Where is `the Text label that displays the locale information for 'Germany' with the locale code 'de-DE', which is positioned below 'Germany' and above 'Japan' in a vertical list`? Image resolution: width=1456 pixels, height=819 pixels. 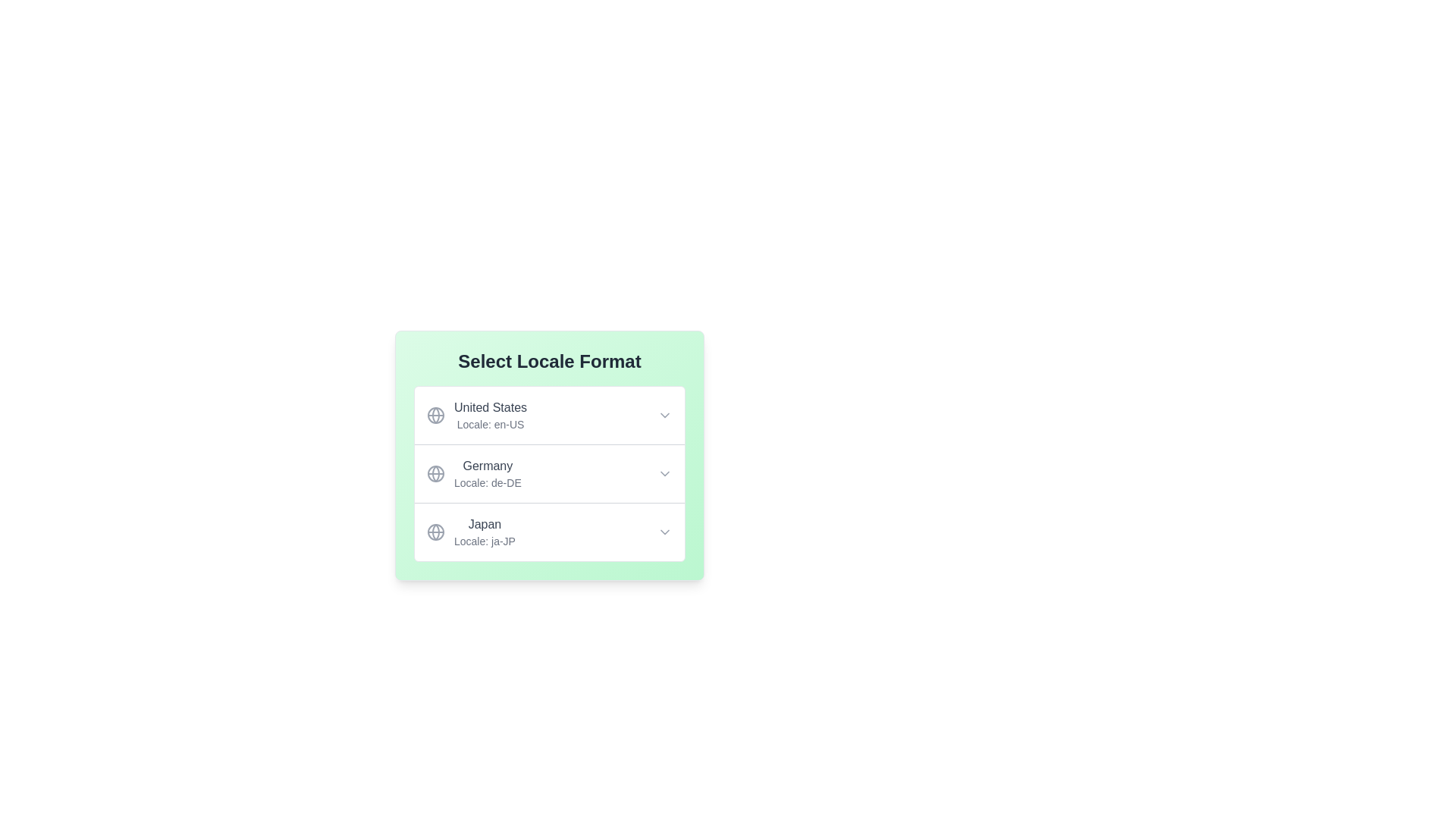 the Text label that displays the locale information for 'Germany' with the locale code 'de-DE', which is positioned below 'Germany' and above 'Japan' in a vertical list is located at coordinates (488, 482).